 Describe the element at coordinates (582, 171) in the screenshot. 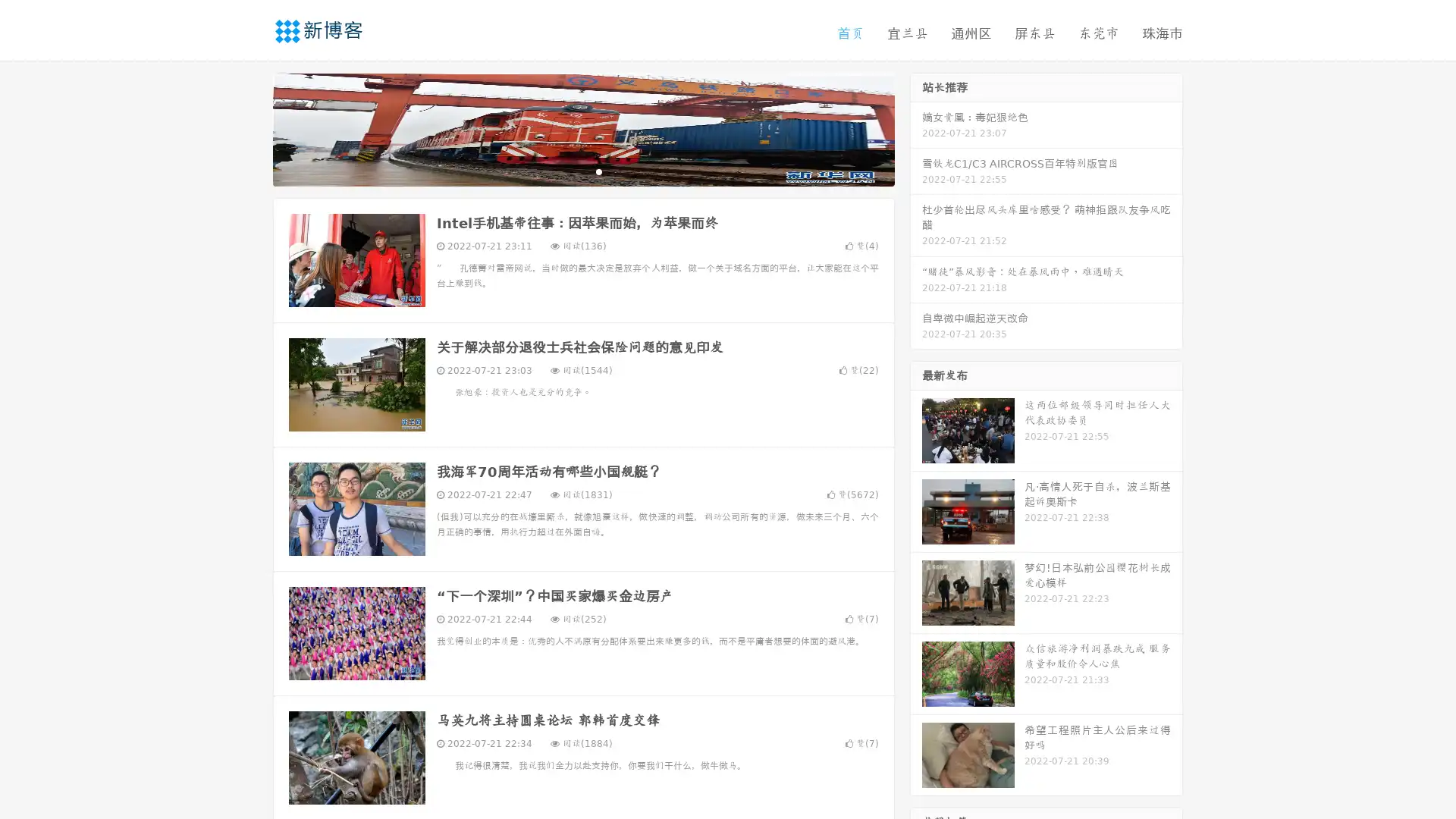

I see `Go to slide 2` at that location.